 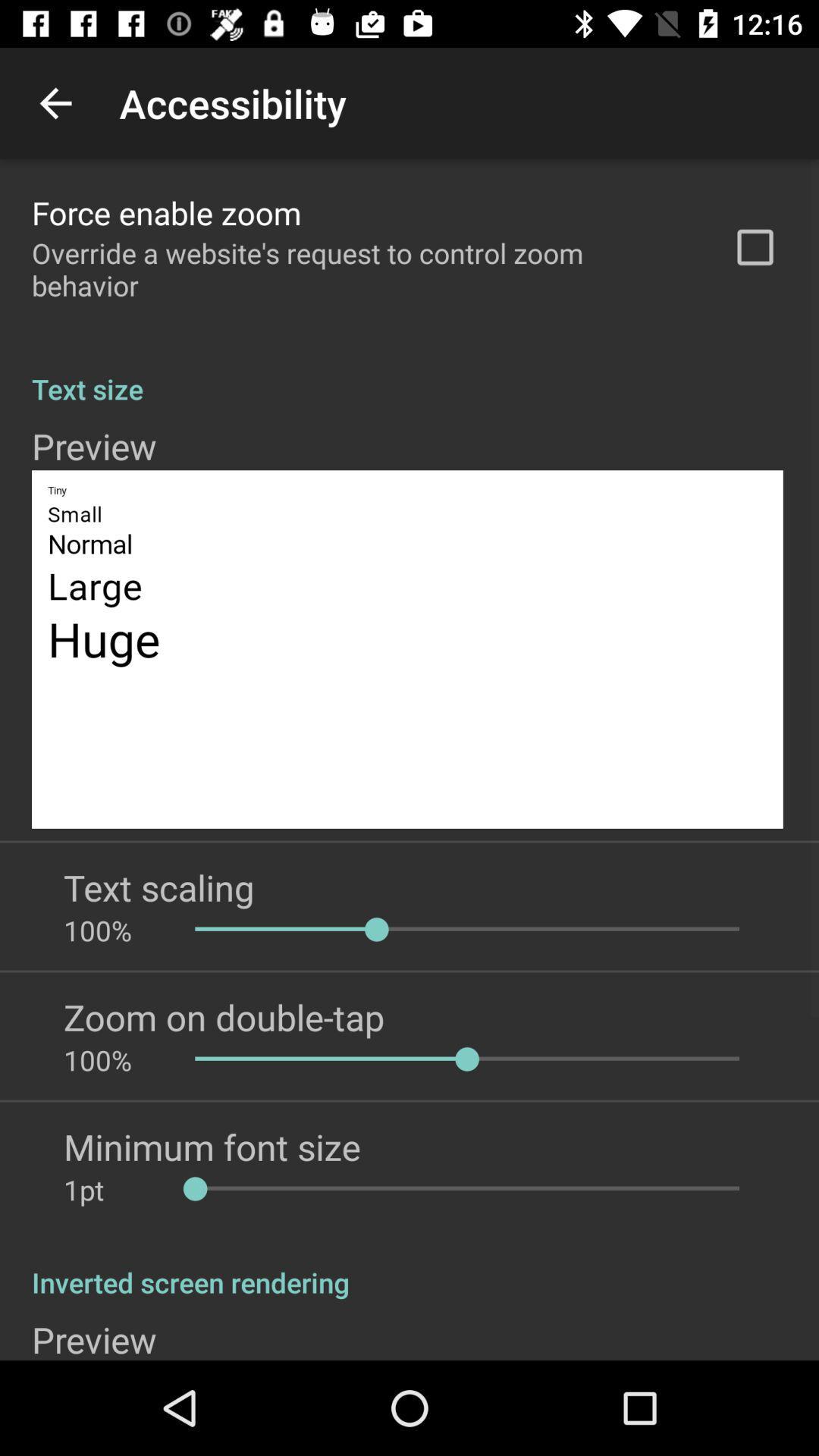 I want to click on app below 100%, so click(x=212, y=1147).